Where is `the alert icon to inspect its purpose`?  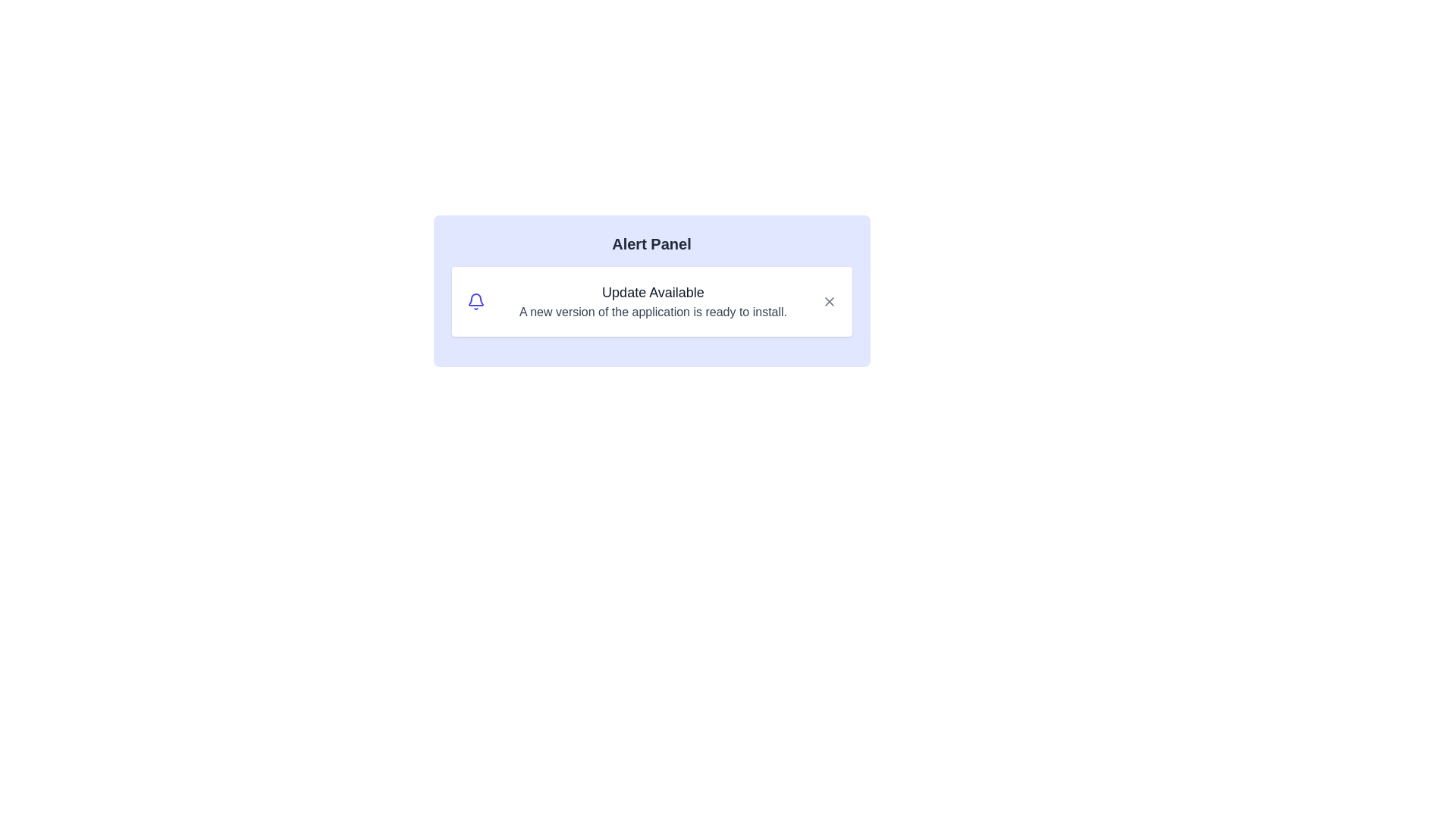
the alert icon to inspect its purpose is located at coordinates (475, 301).